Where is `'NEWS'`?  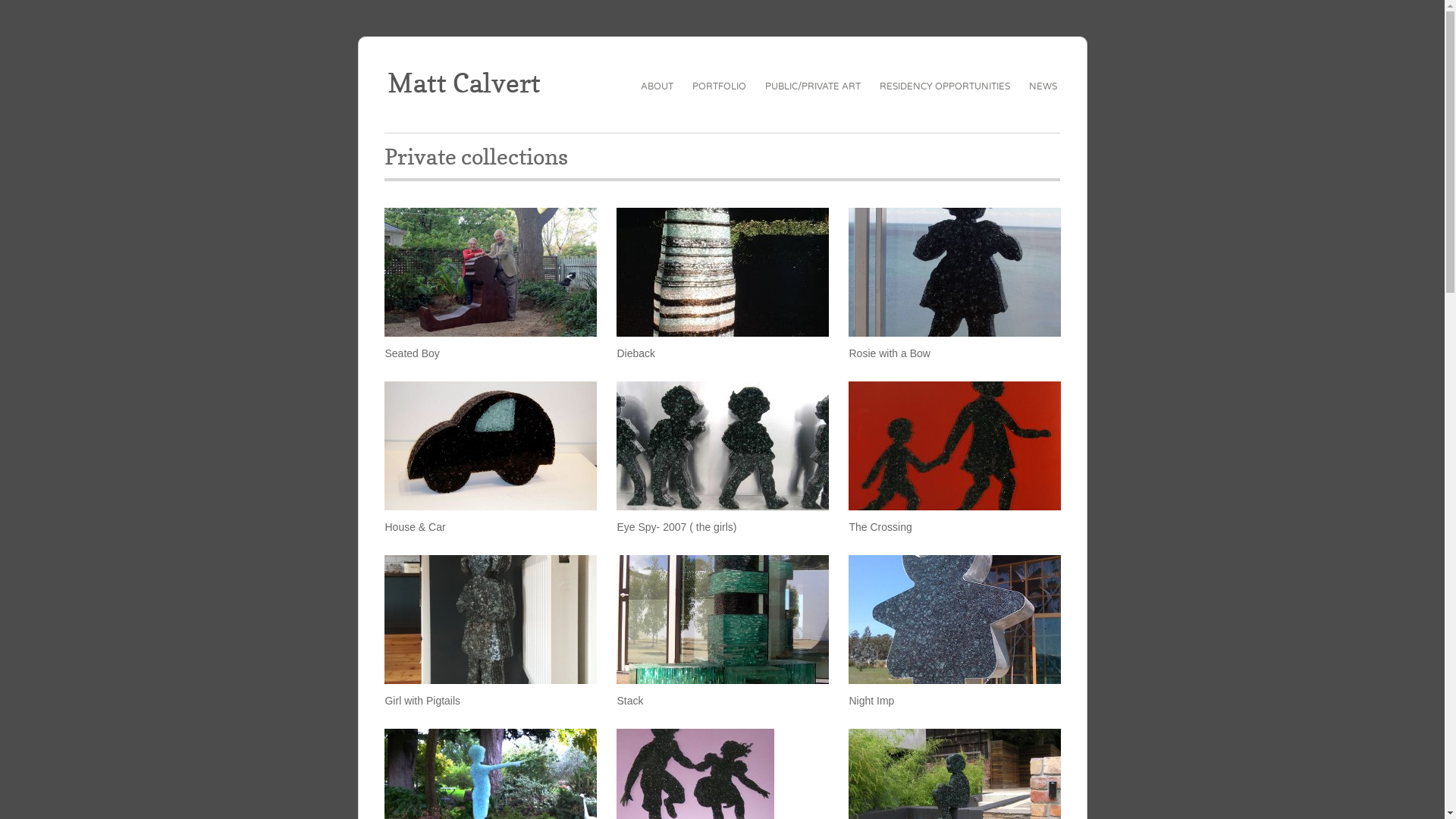
'NEWS' is located at coordinates (1029, 86).